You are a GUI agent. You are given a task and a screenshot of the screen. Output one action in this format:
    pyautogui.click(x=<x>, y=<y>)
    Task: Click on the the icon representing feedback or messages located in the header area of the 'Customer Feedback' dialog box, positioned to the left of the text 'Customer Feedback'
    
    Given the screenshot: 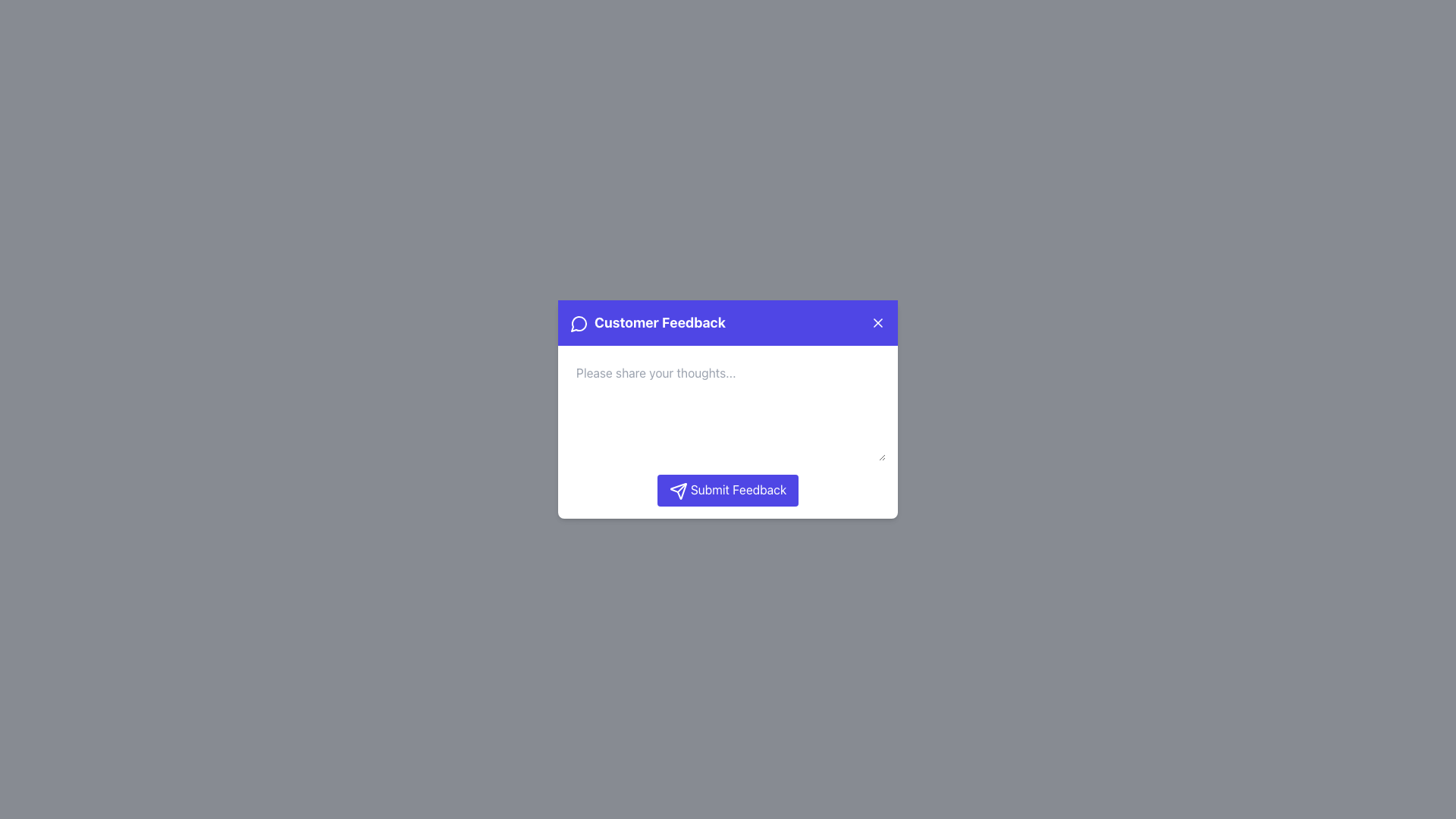 What is the action you would take?
    pyautogui.click(x=578, y=323)
    